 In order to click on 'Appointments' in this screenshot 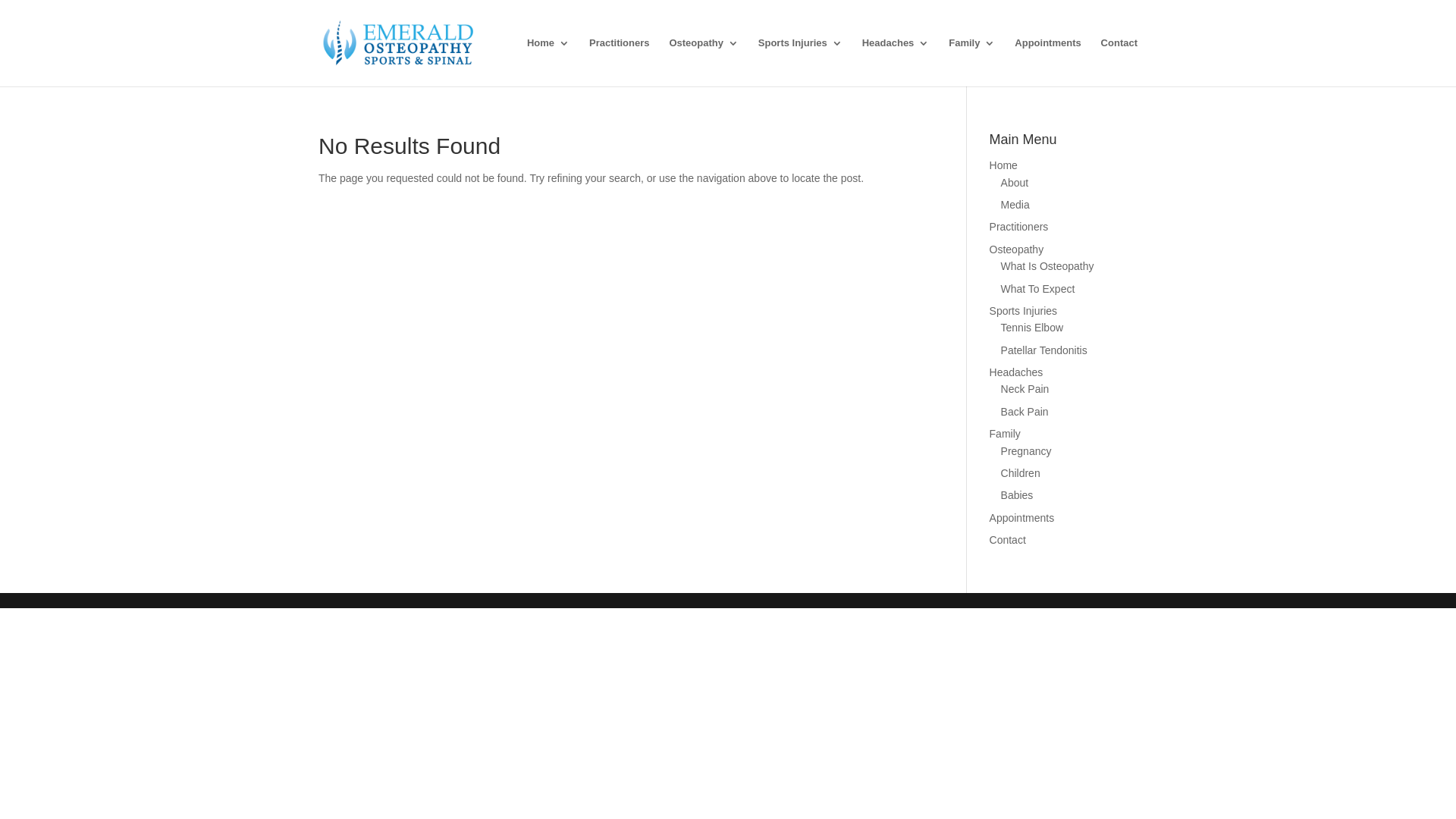, I will do `click(1046, 61)`.